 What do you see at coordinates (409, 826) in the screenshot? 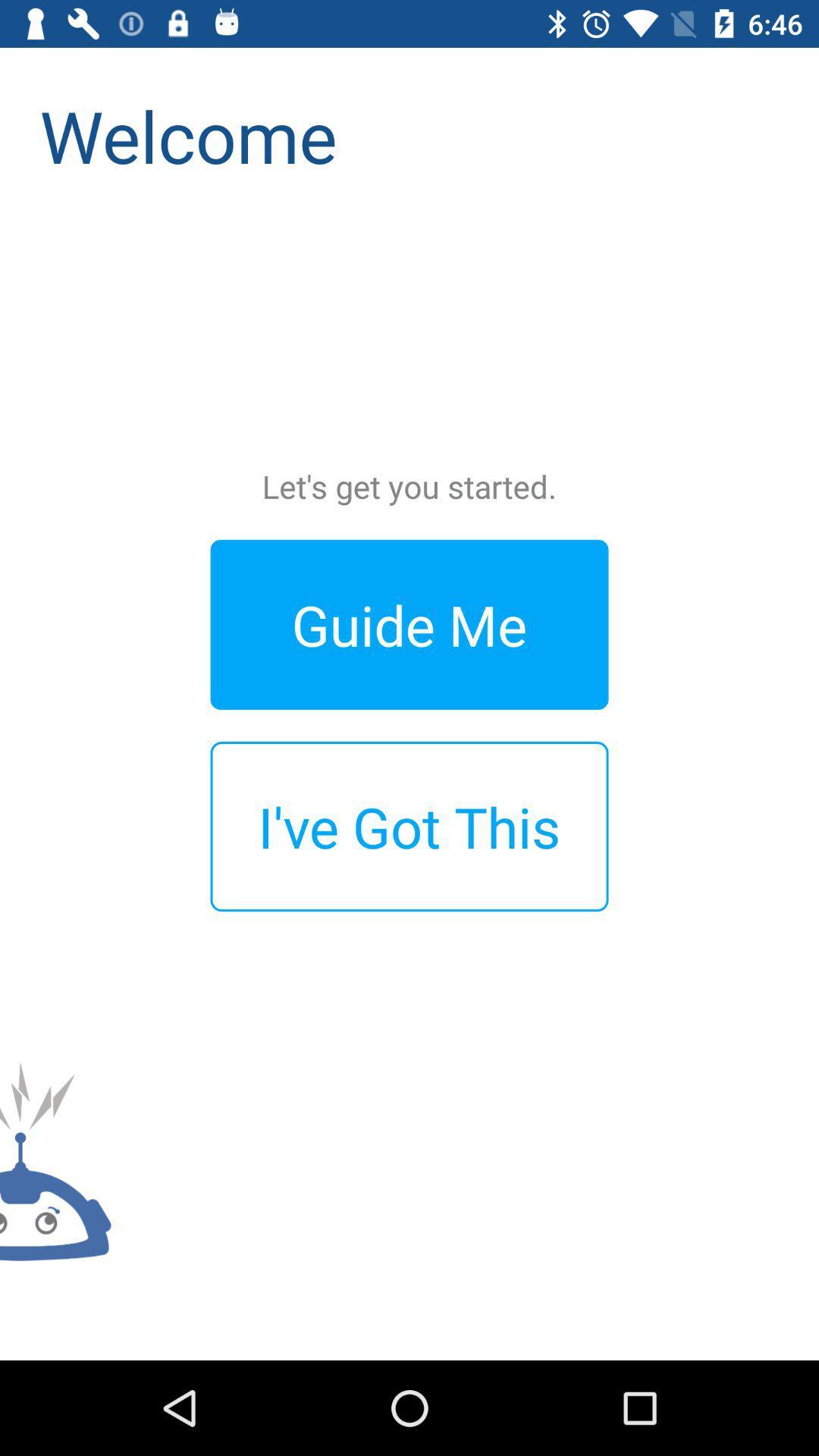
I see `the i ve got button` at bounding box center [409, 826].